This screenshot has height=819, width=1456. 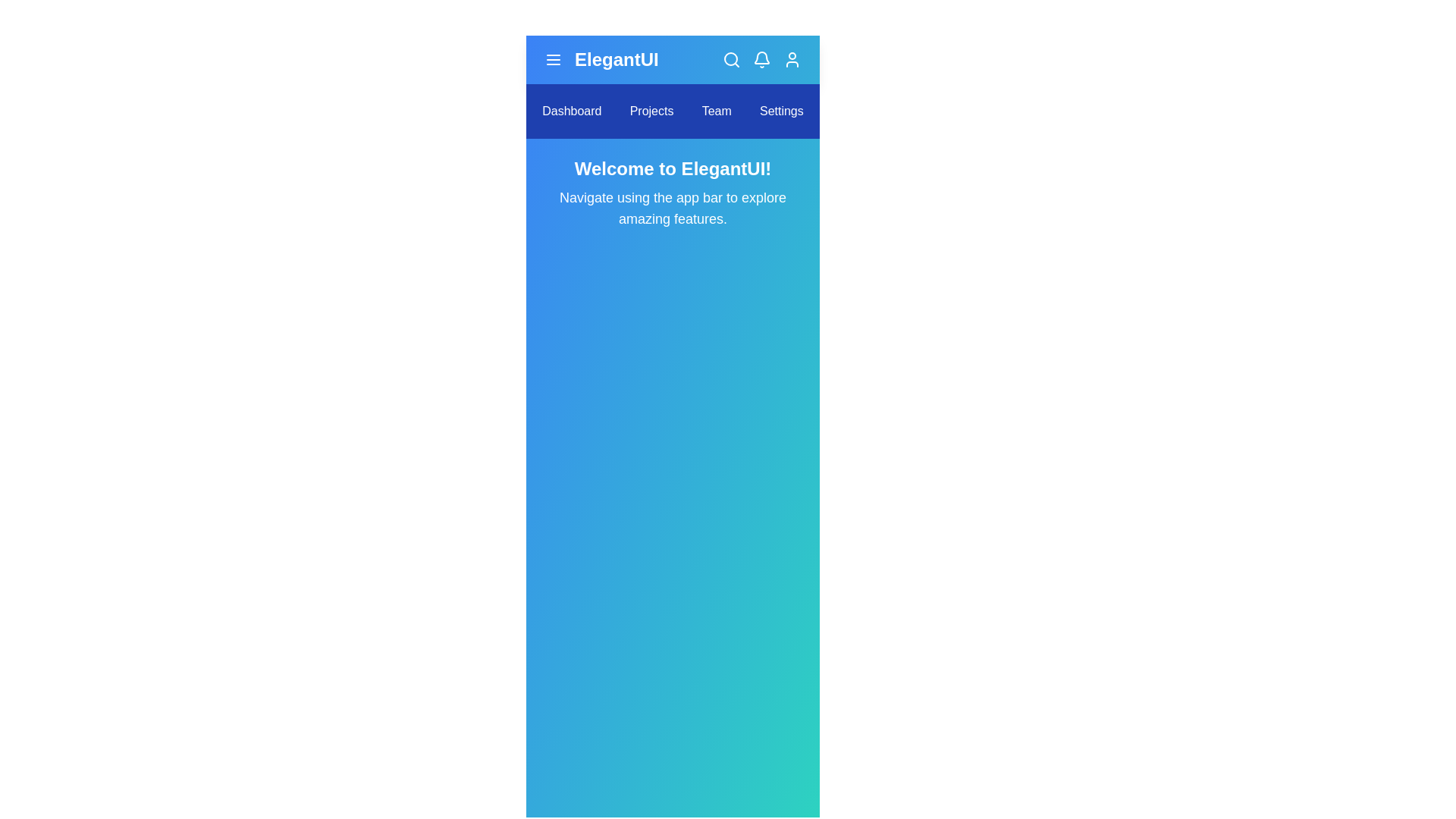 What do you see at coordinates (552, 58) in the screenshot?
I see `the Menu icon to toggle the menu visibility` at bounding box center [552, 58].